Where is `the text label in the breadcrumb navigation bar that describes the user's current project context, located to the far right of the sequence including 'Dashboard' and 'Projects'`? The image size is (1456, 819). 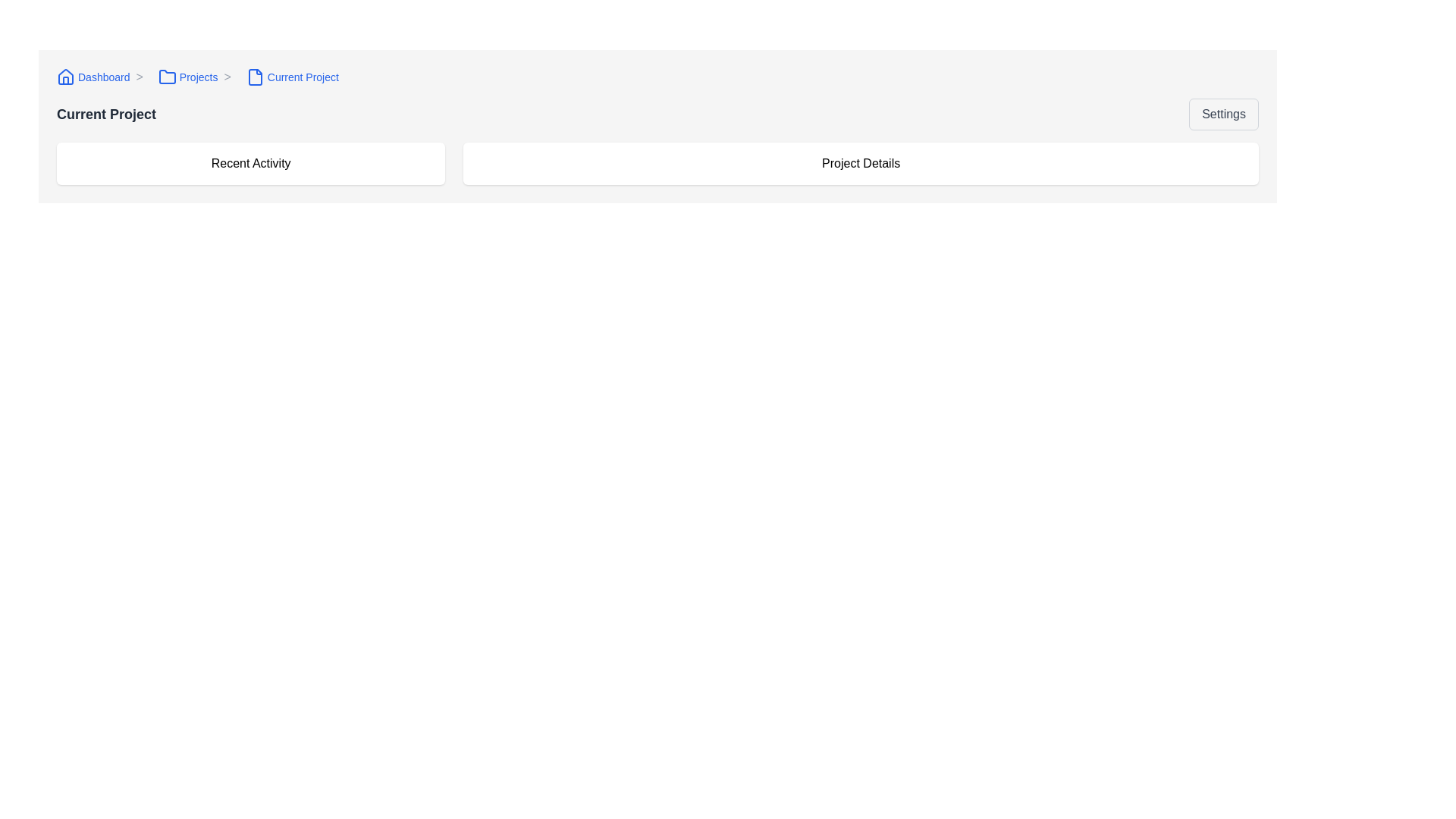 the text label in the breadcrumb navigation bar that describes the user's current project context, located to the far right of the sequence including 'Dashboard' and 'Projects' is located at coordinates (303, 77).